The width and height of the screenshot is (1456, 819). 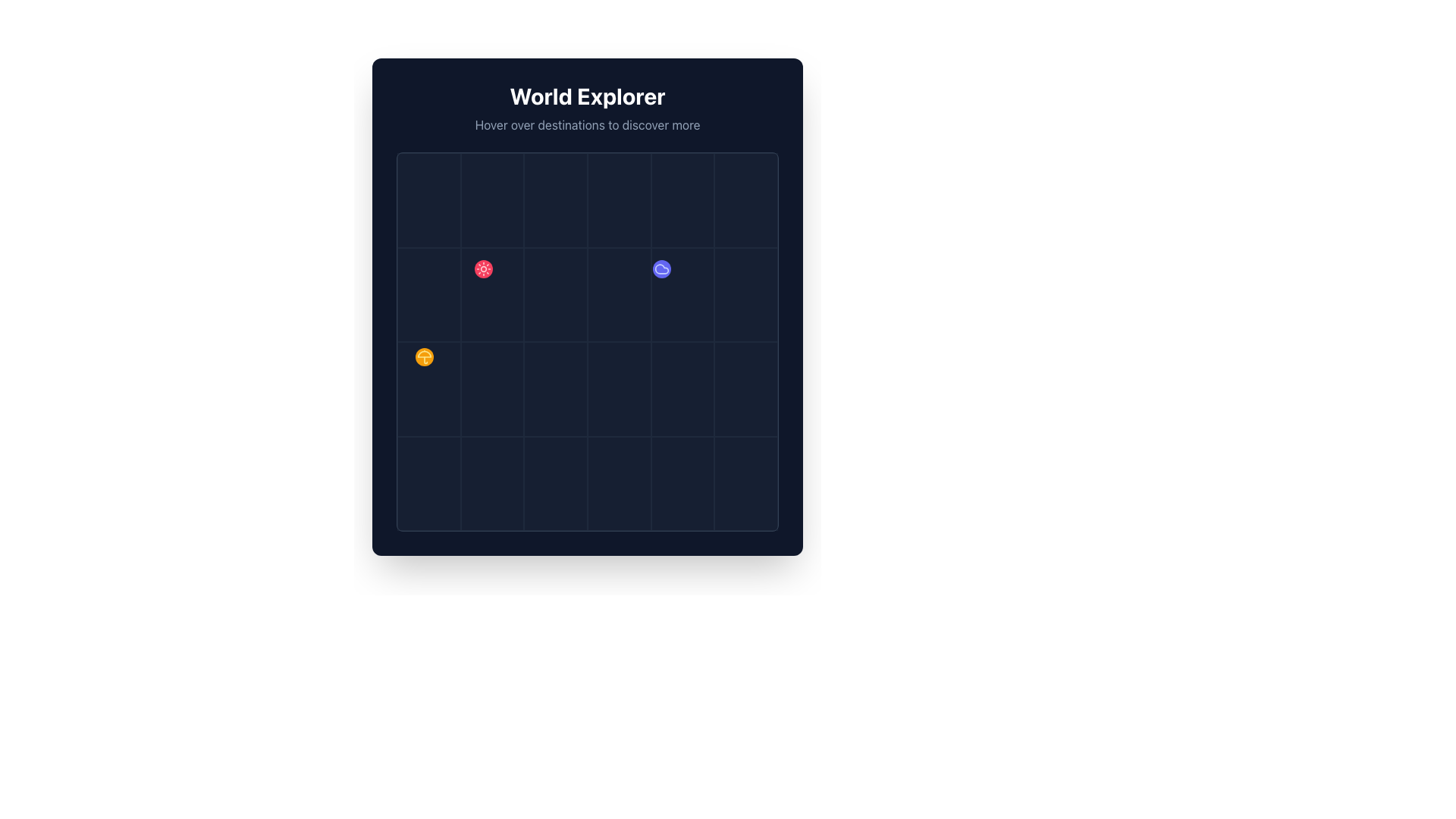 I want to click on the grid cell located at the bottom-right corner of the grid layout, which has a dark slate background and a thin light border, so click(x=746, y=483).